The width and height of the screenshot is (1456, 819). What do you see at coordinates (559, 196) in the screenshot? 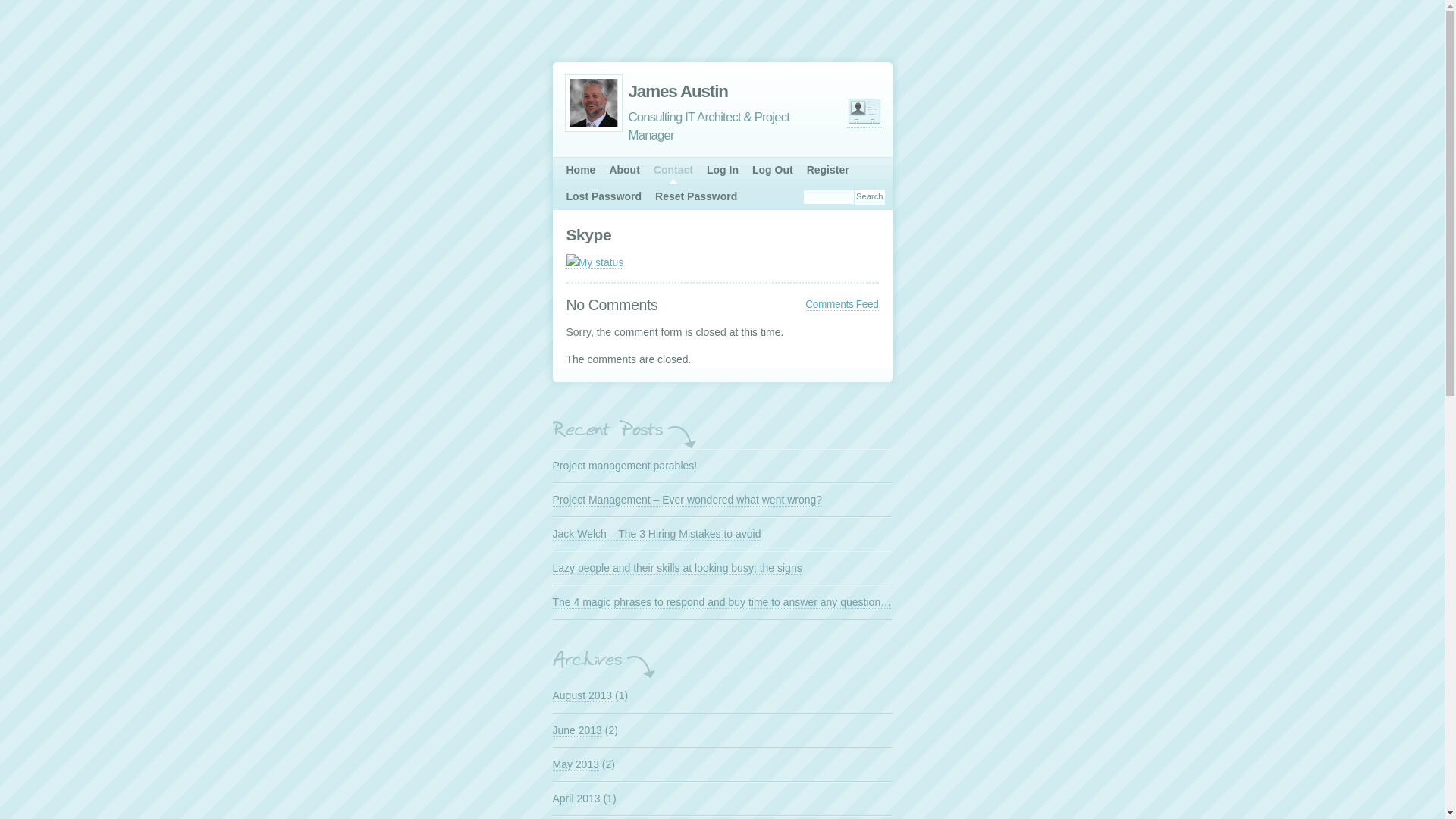
I see `'Lost Password'` at bounding box center [559, 196].